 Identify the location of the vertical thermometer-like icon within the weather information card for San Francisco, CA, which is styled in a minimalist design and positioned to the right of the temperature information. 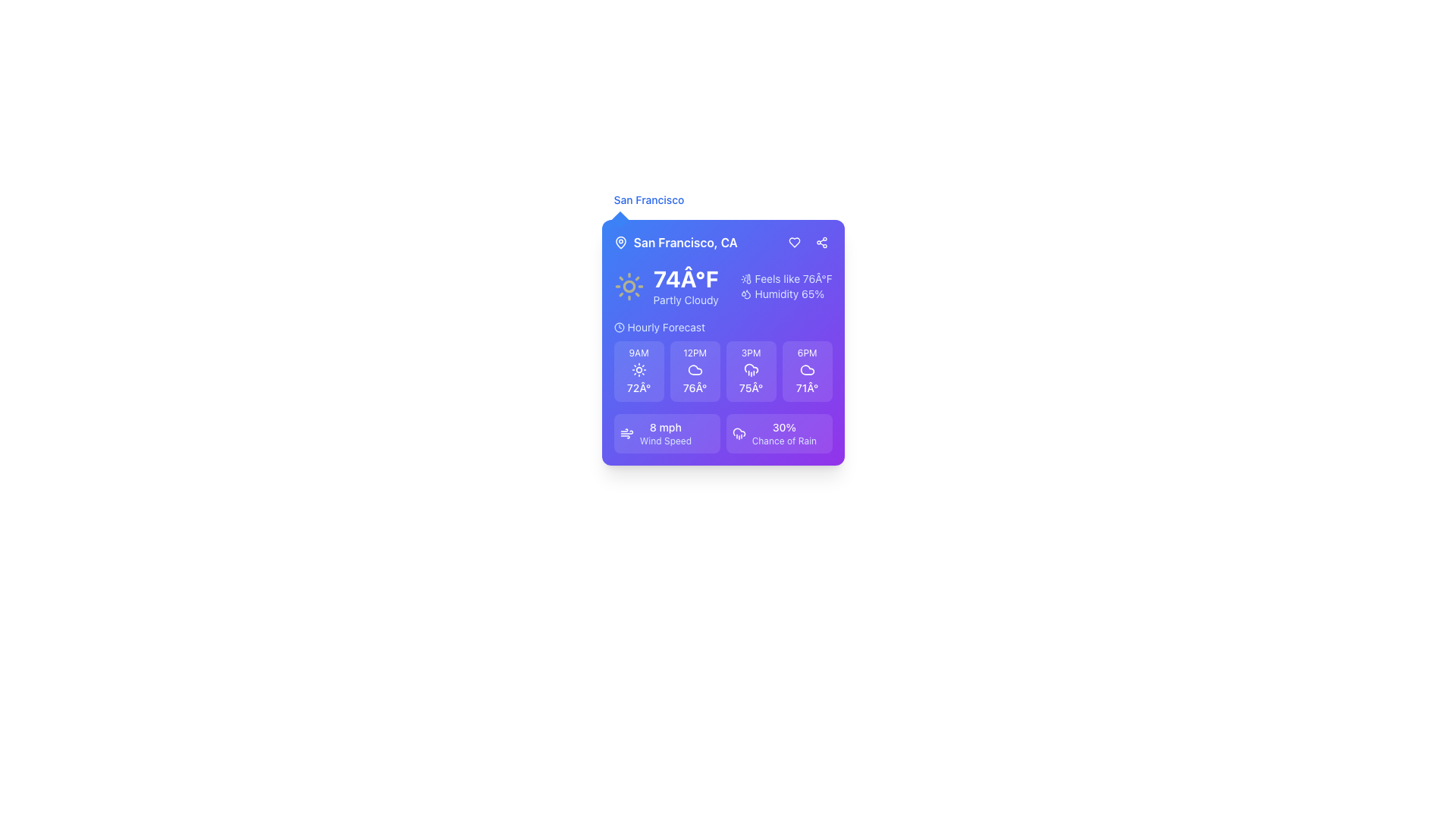
(749, 278).